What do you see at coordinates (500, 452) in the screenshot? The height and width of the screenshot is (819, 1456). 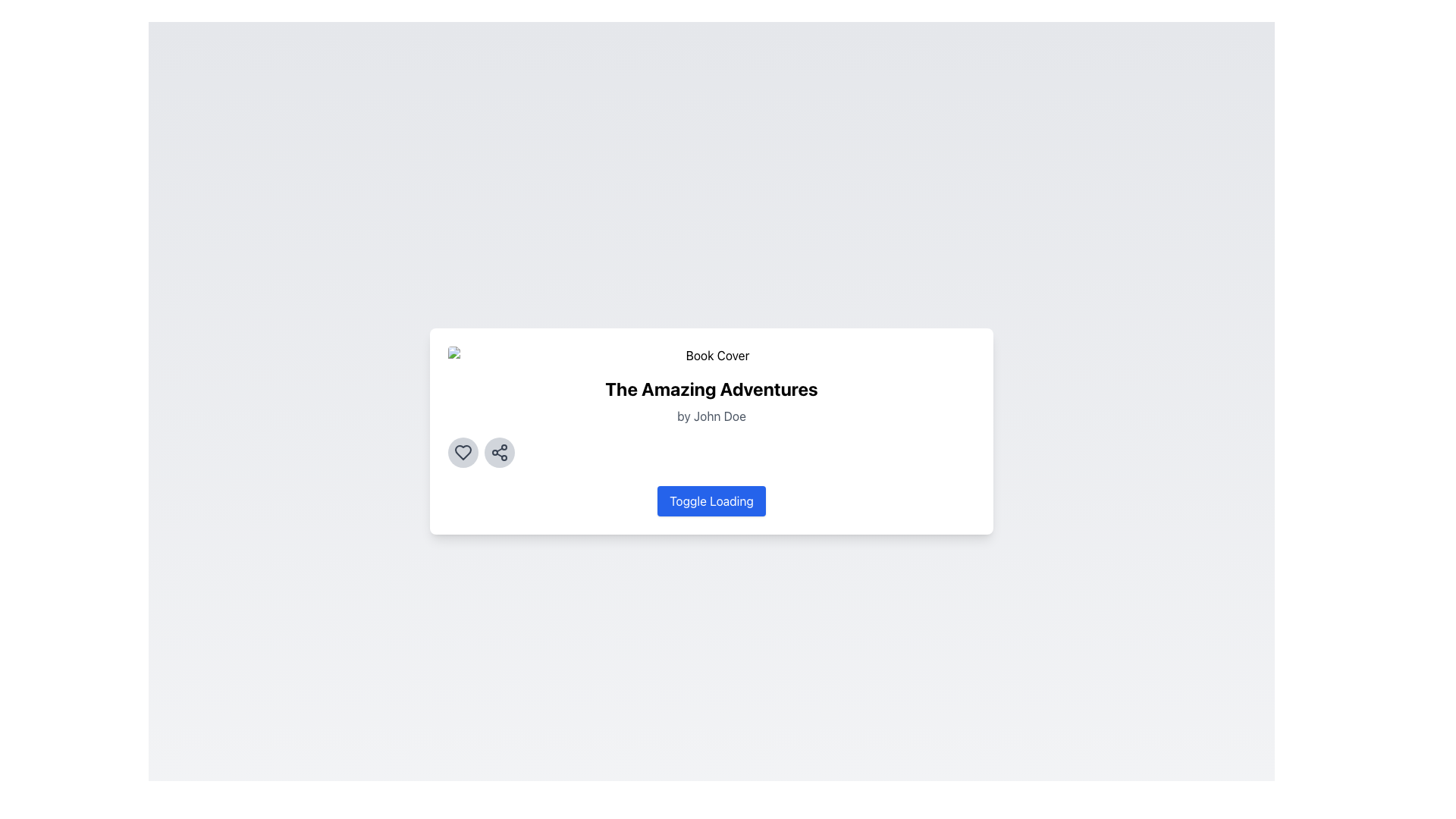 I see `the second circular sharing button located to the right of the heart-shaped button` at bounding box center [500, 452].